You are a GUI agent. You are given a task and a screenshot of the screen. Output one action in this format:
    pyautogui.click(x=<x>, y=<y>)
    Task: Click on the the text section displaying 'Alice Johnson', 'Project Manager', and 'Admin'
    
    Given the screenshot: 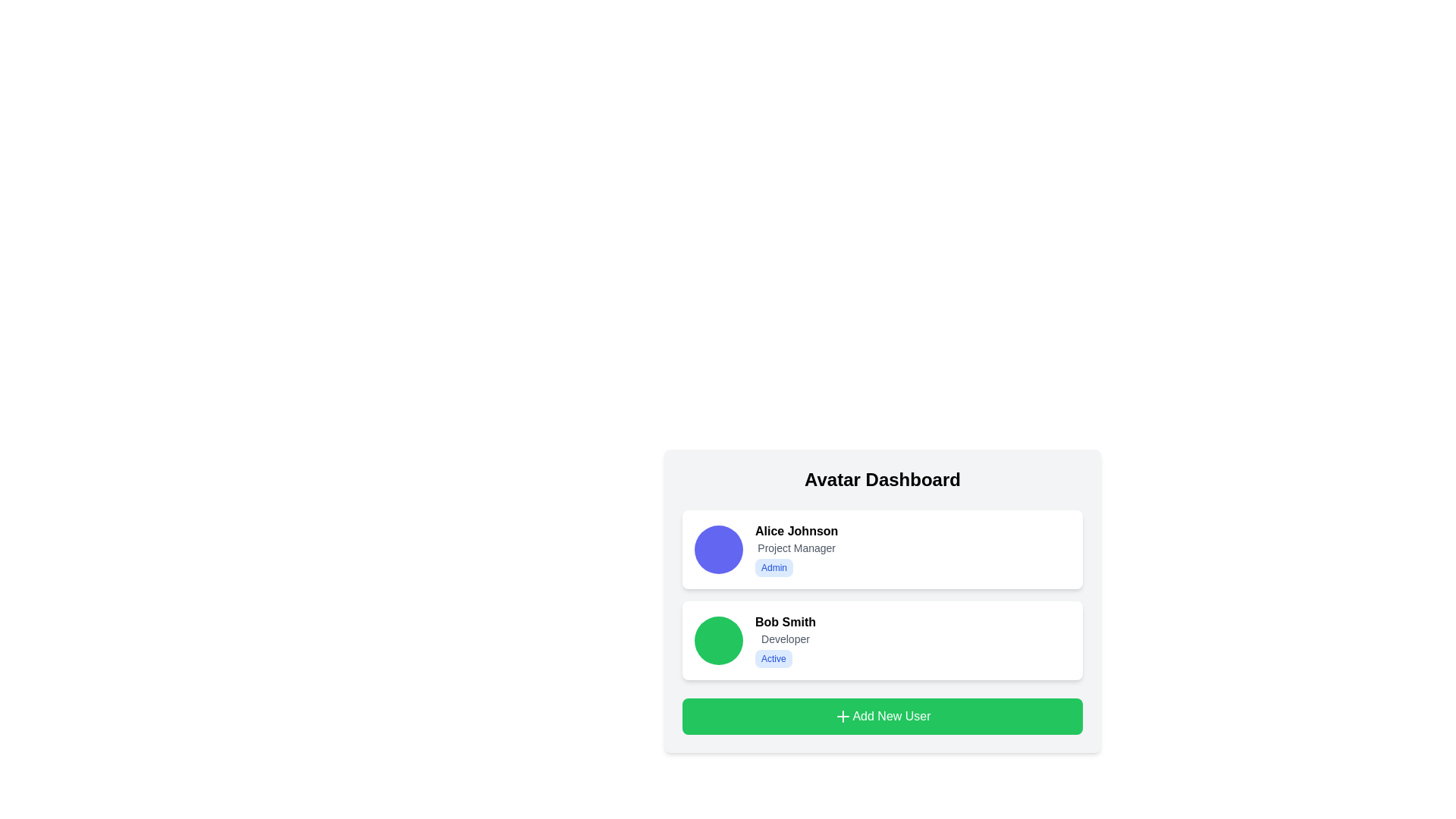 What is the action you would take?
    pyautogui.click(x=795, y=550)
    